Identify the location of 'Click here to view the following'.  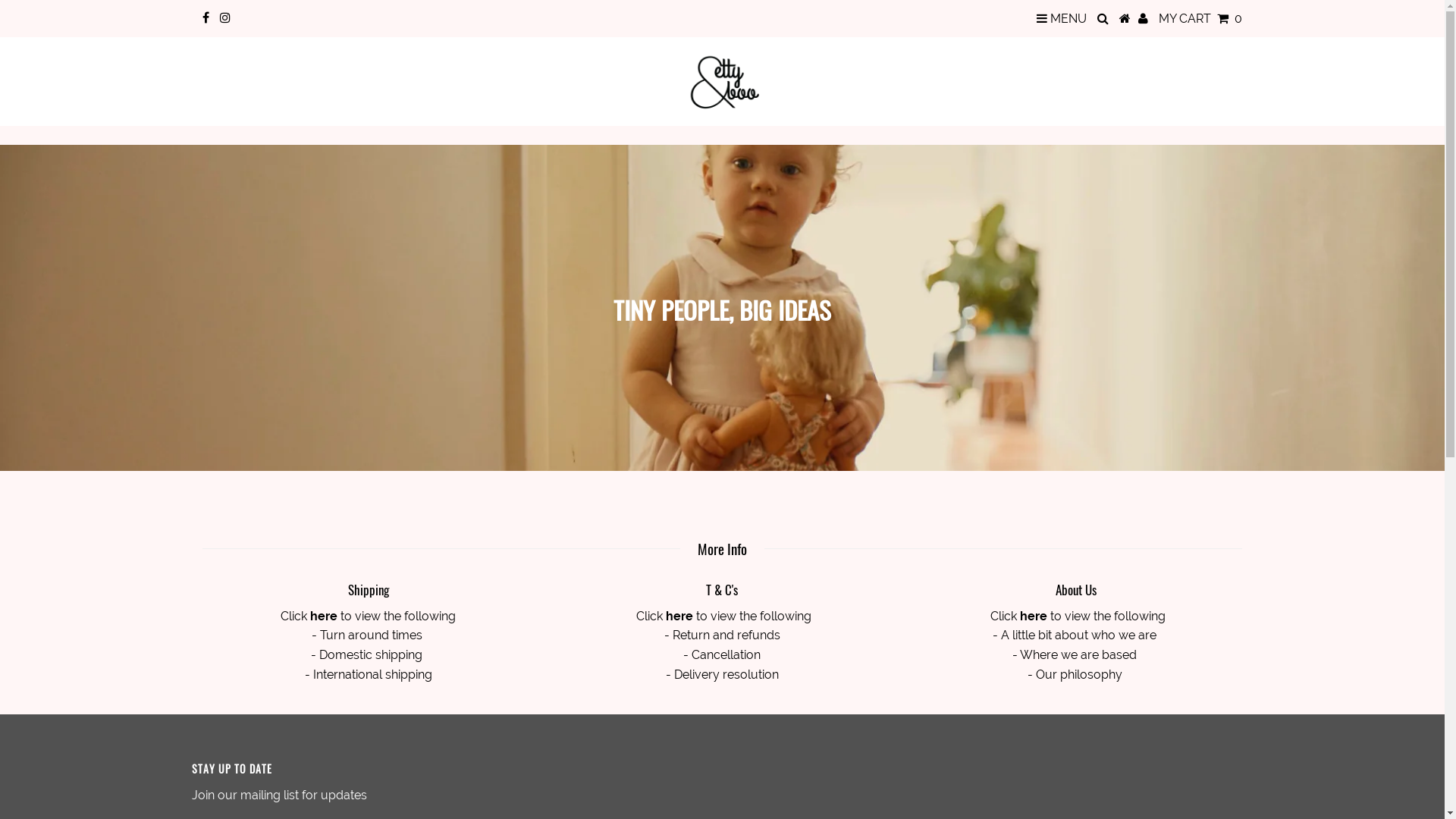
(368, 616).